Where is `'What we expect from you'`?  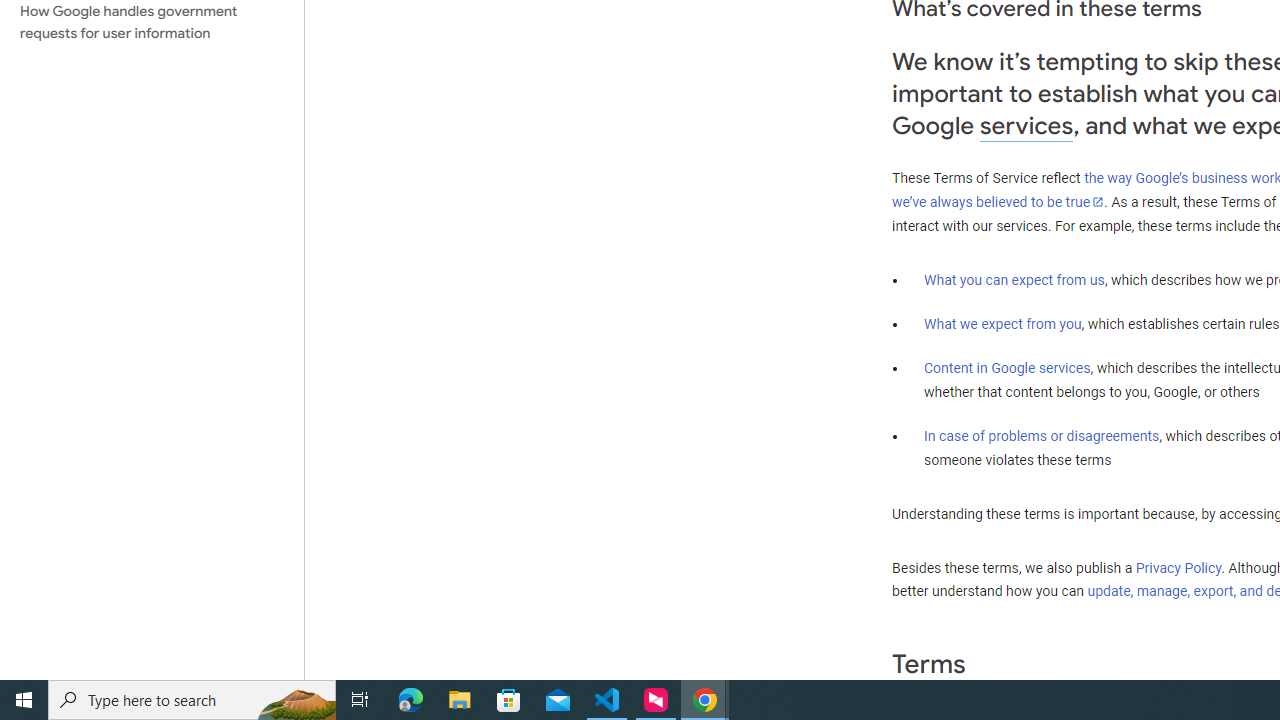 'What we expect from you' is located at coordinates (1002, 323).